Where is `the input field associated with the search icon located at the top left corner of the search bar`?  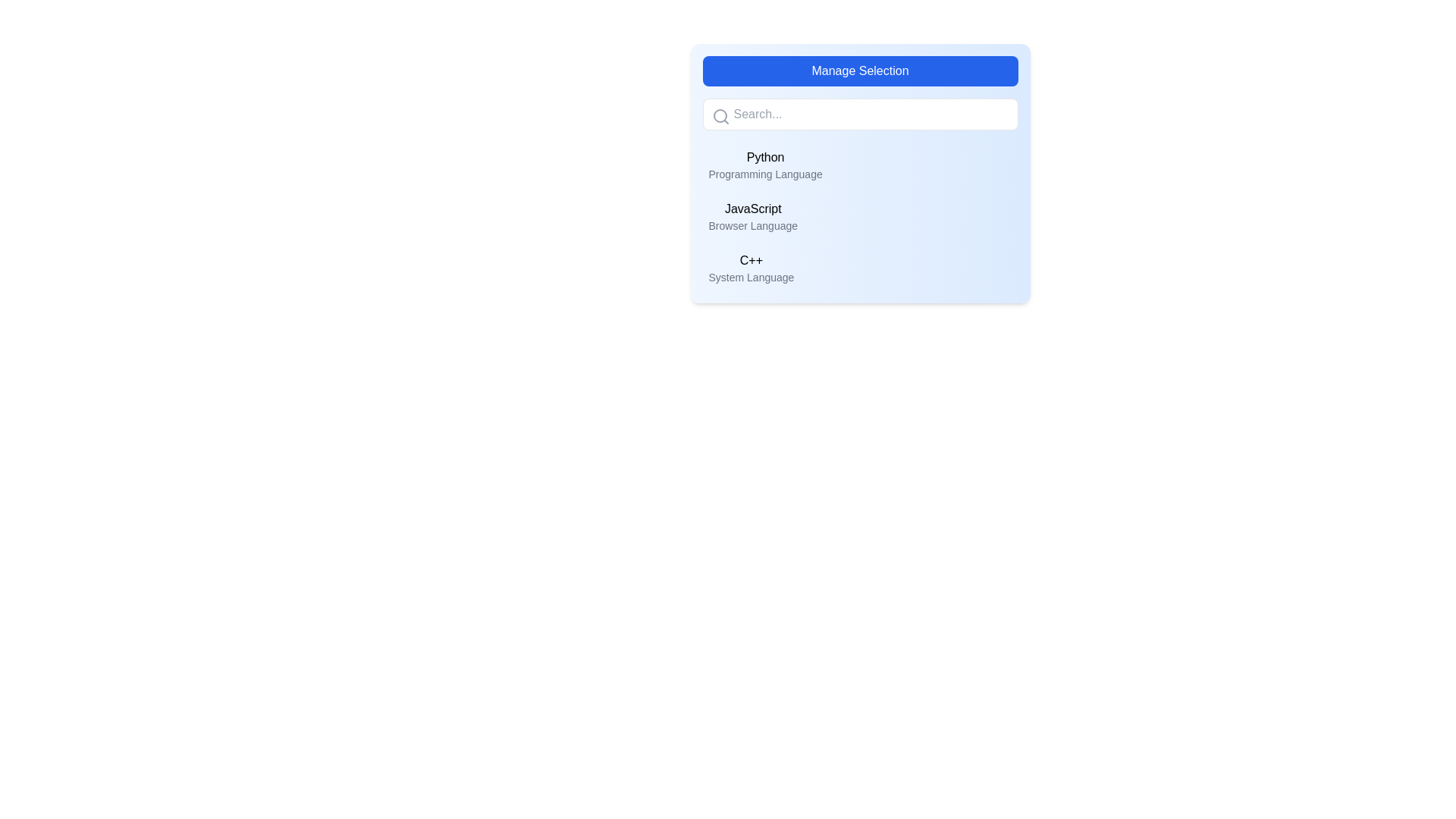 the input field associated with the search icon located at the top left corner of the search bar is located at coordinates (720, 116).